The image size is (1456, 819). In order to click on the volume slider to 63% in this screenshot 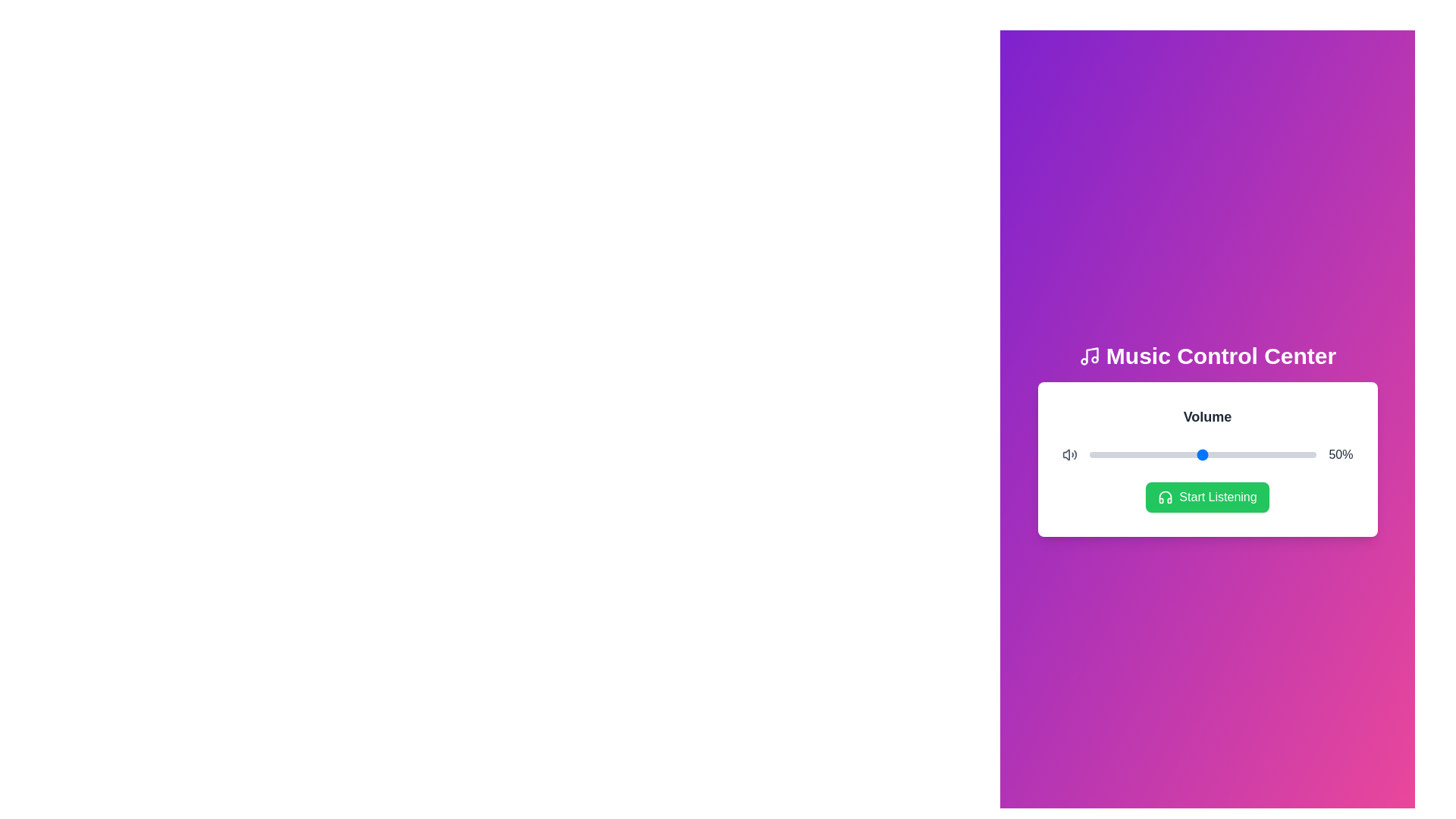, I will do `click(1232, 454)`.